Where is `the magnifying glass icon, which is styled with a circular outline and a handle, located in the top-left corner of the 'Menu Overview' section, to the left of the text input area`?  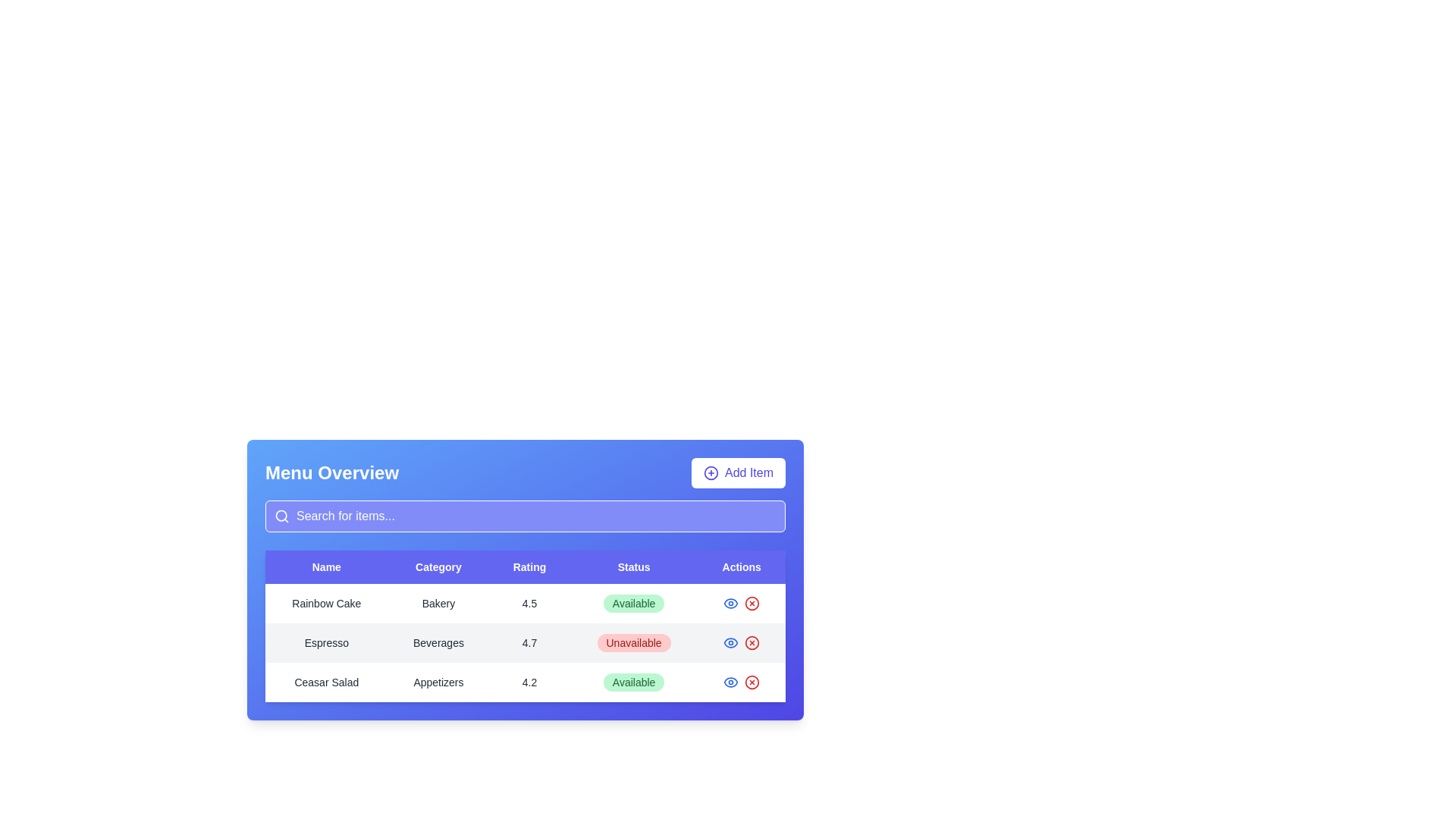 the magnifying glass icon, which is styled with a circular outline and a handle, located in the top-left corner of the 'Menu Overview' section, to the left of the text input area is located at coordinates (282, 516).